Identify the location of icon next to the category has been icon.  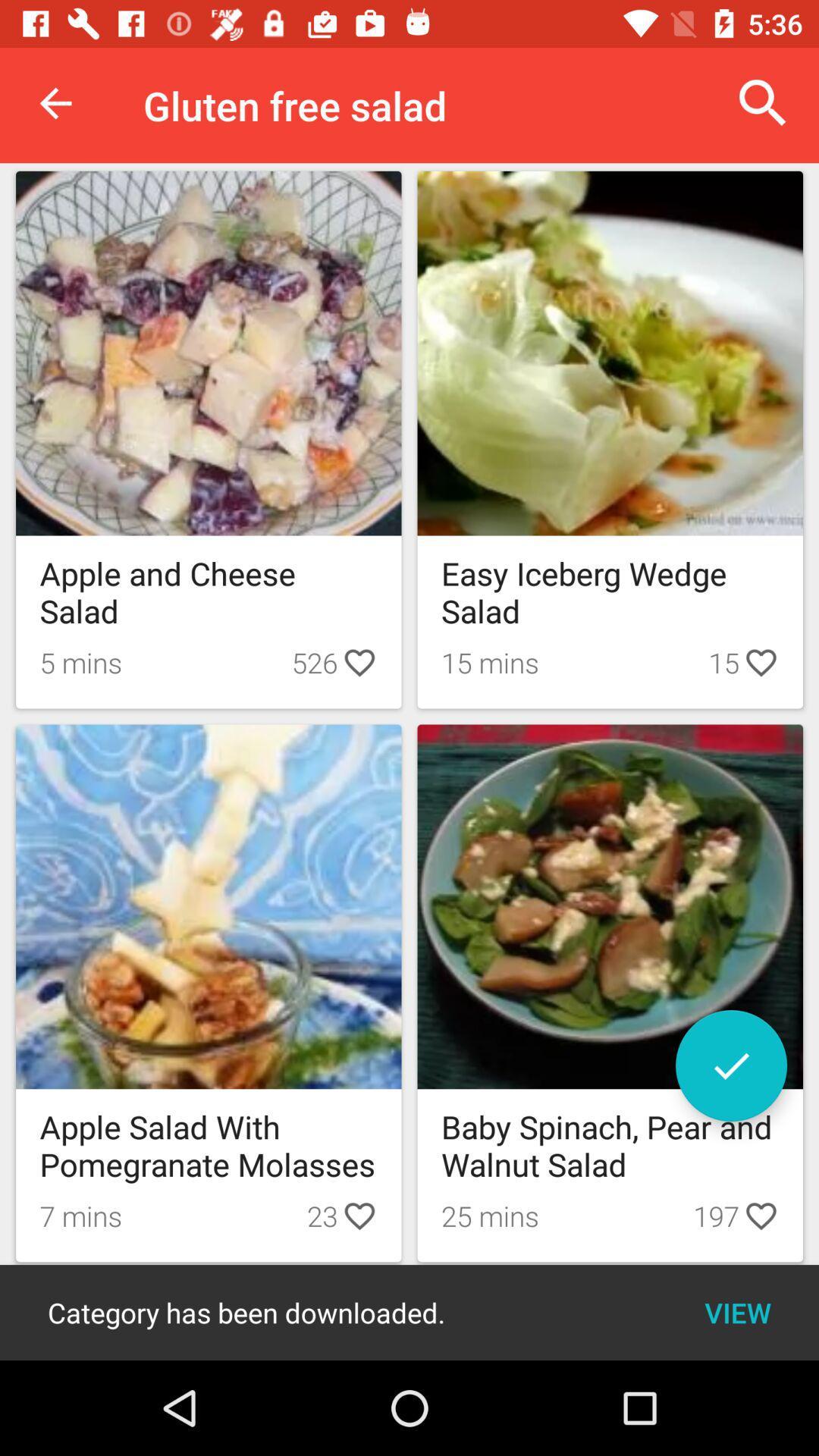
(737, 1312).